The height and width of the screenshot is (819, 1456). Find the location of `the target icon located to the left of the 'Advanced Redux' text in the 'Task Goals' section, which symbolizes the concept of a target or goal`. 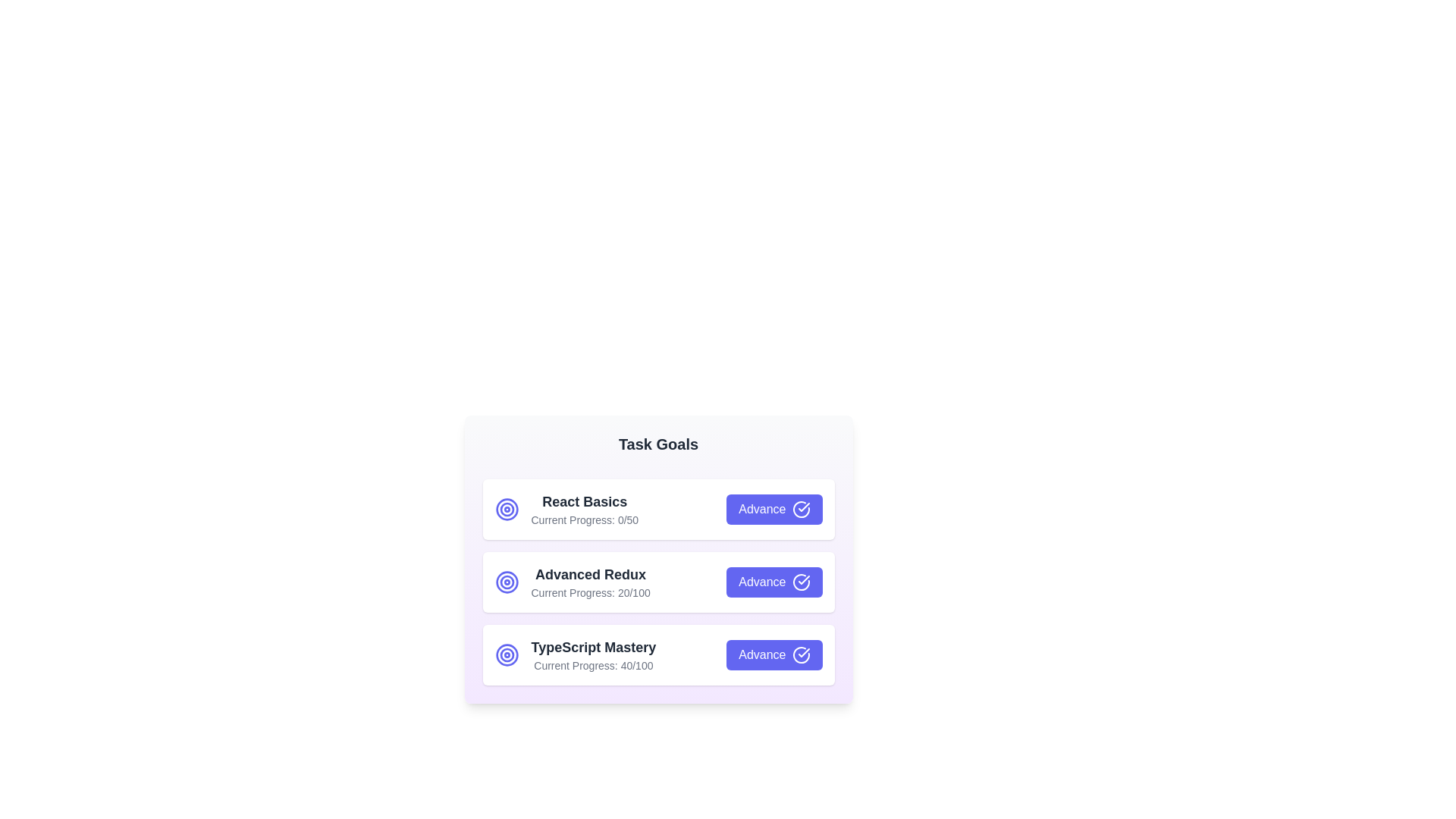

the target icon located to the left of the 'Advanced Redux' text in the 'Task Goals' section, which symbolizes the concept of a target or goal is located at coordinates (507, 581).